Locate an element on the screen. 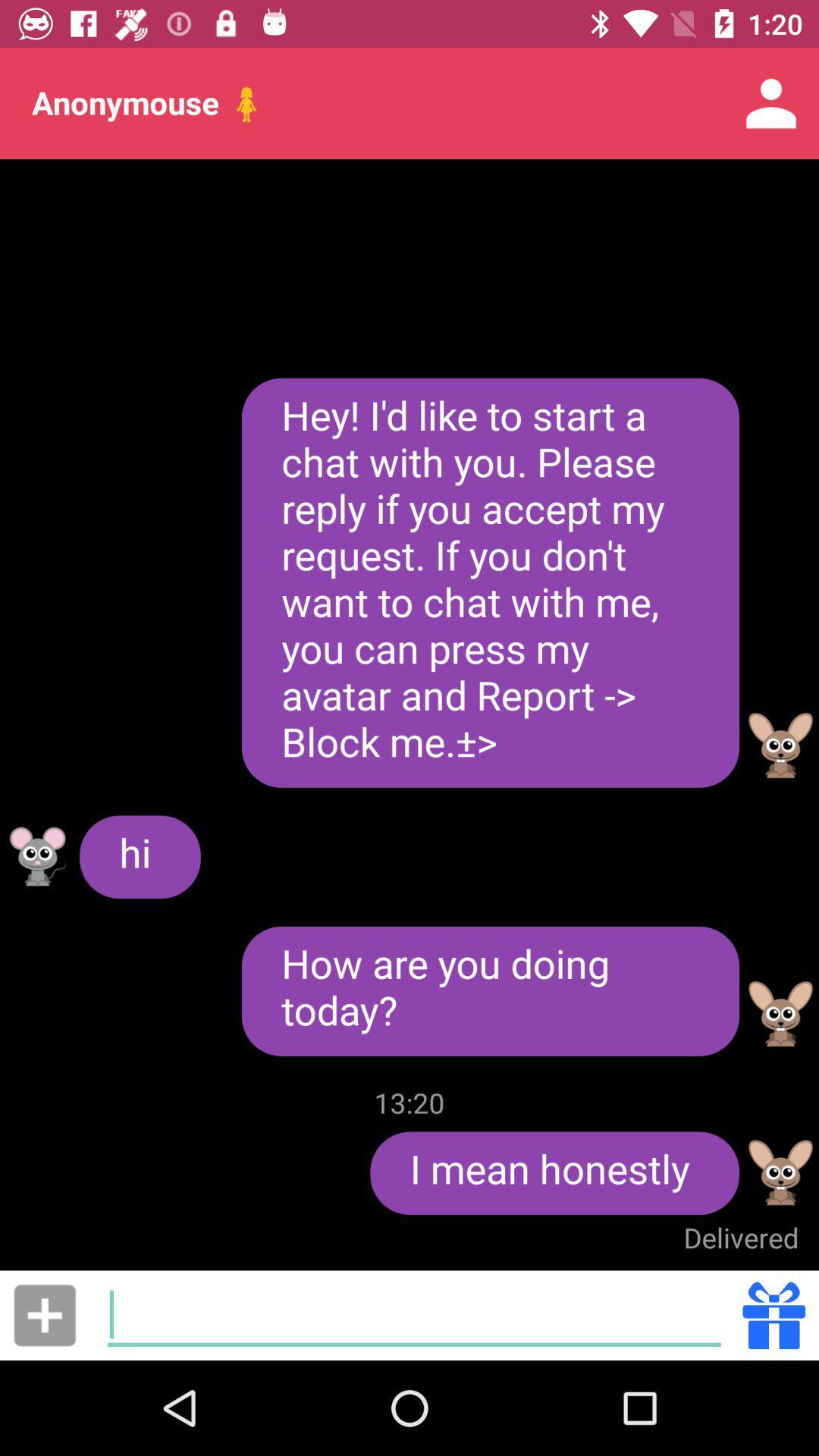 Image resolution: width=819 pixels, height=1456 pixels. send gift is located at coordinates (773, 1314).